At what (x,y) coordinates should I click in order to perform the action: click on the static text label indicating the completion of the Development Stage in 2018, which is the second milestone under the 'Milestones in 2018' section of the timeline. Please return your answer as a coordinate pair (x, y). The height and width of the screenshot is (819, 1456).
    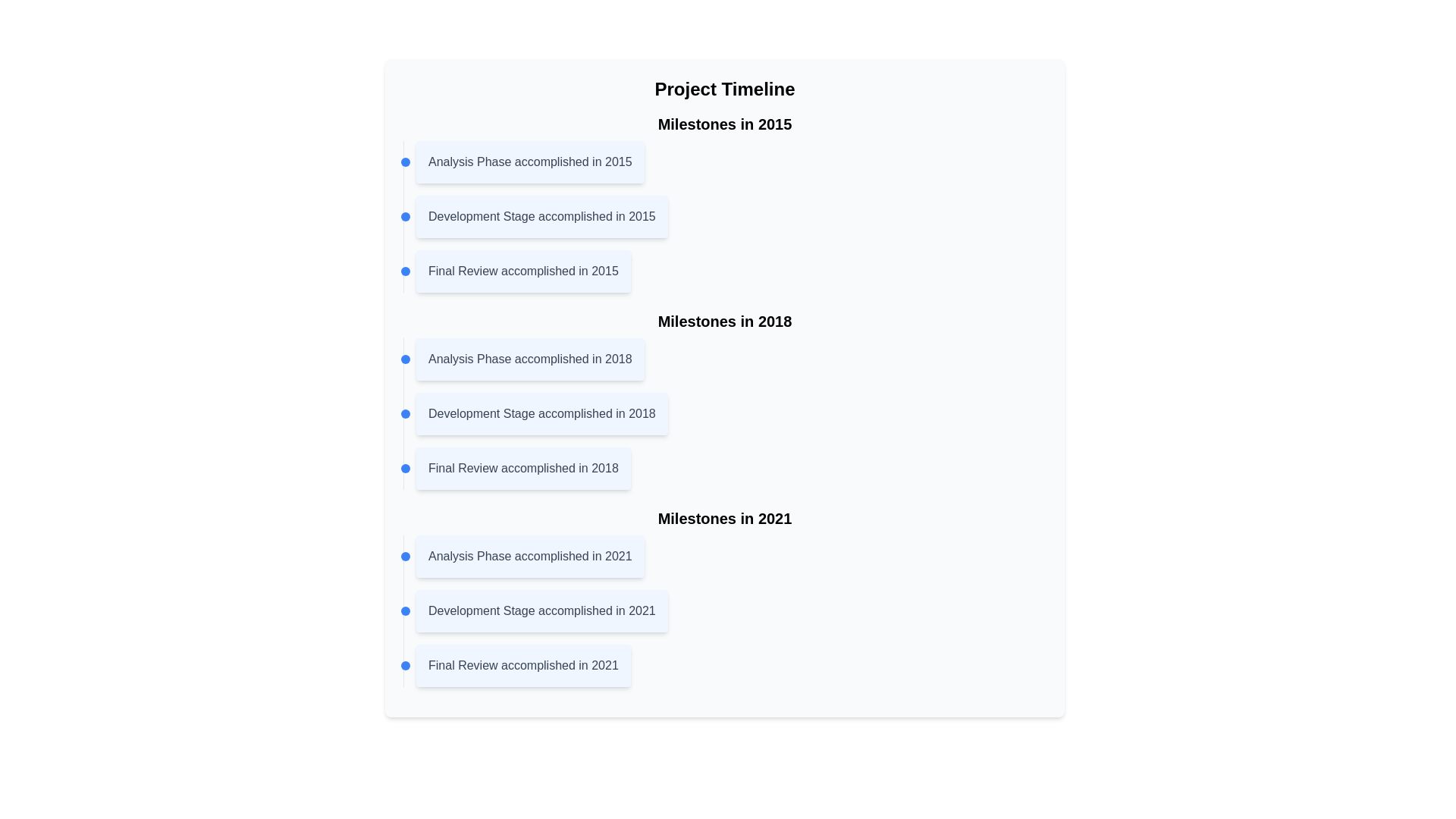
    Looking at the image, I should click on (541, 414).